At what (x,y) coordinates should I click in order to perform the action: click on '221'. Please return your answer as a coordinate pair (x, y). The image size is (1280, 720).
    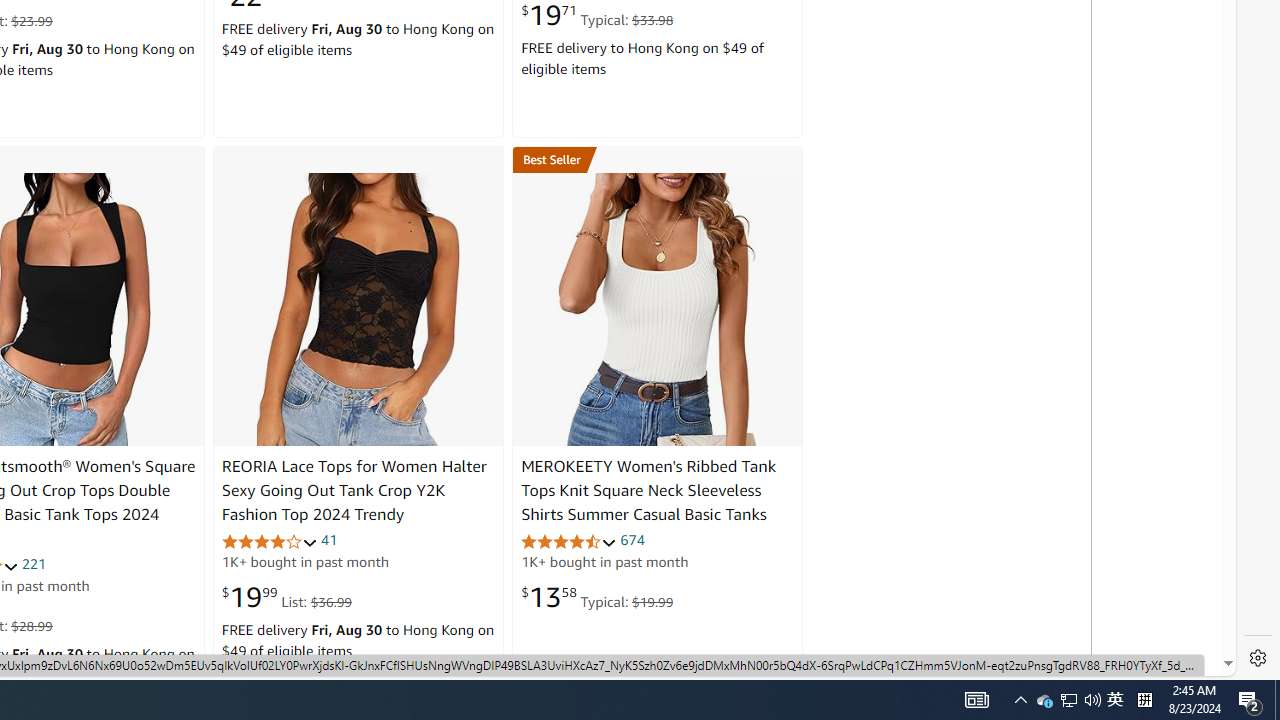
    Looking at the image, I should click on (33, 563).